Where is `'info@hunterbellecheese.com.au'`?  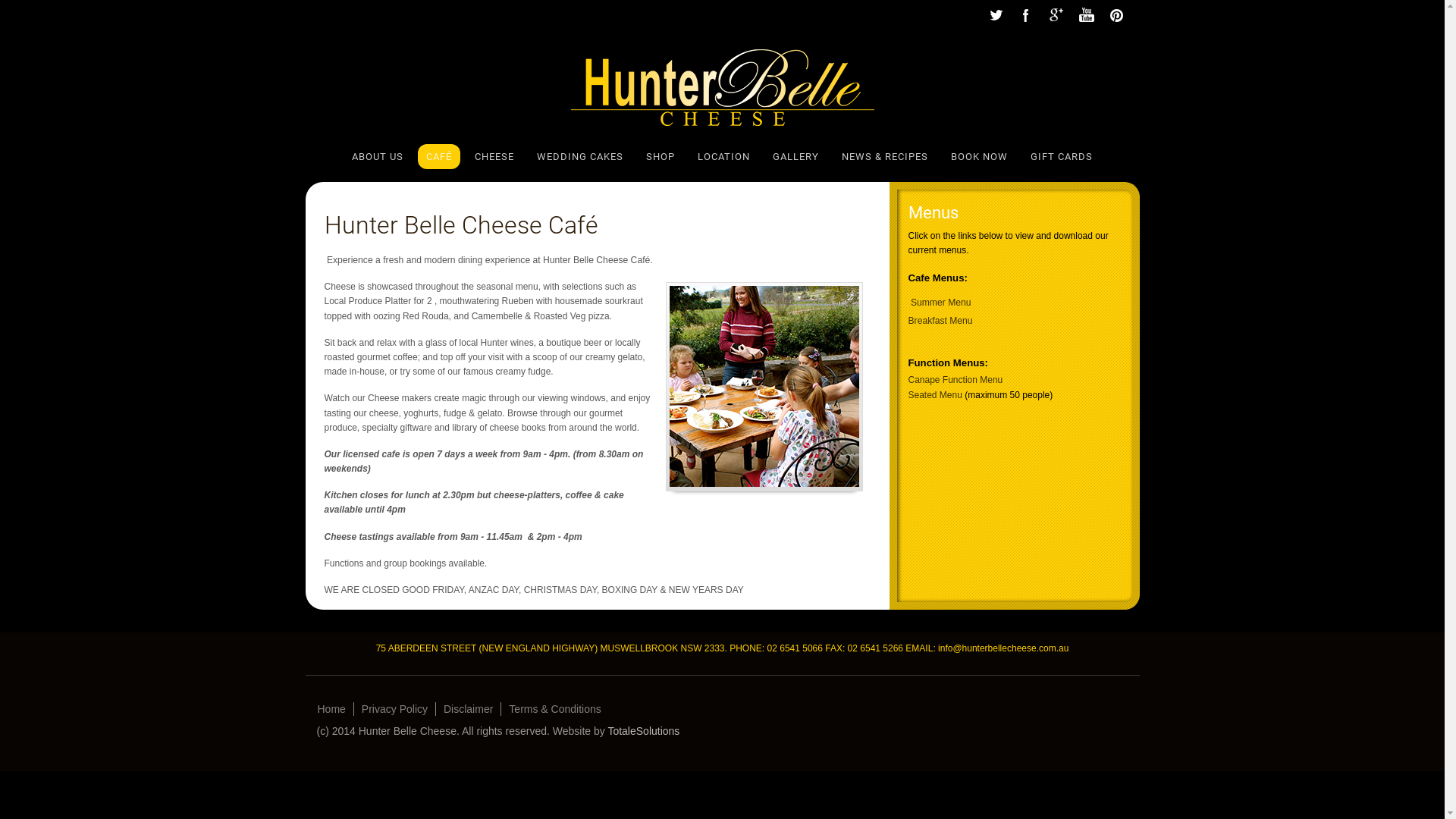
'info@hunterbellecheese.com.au' is located at coordinates (1003, 648).